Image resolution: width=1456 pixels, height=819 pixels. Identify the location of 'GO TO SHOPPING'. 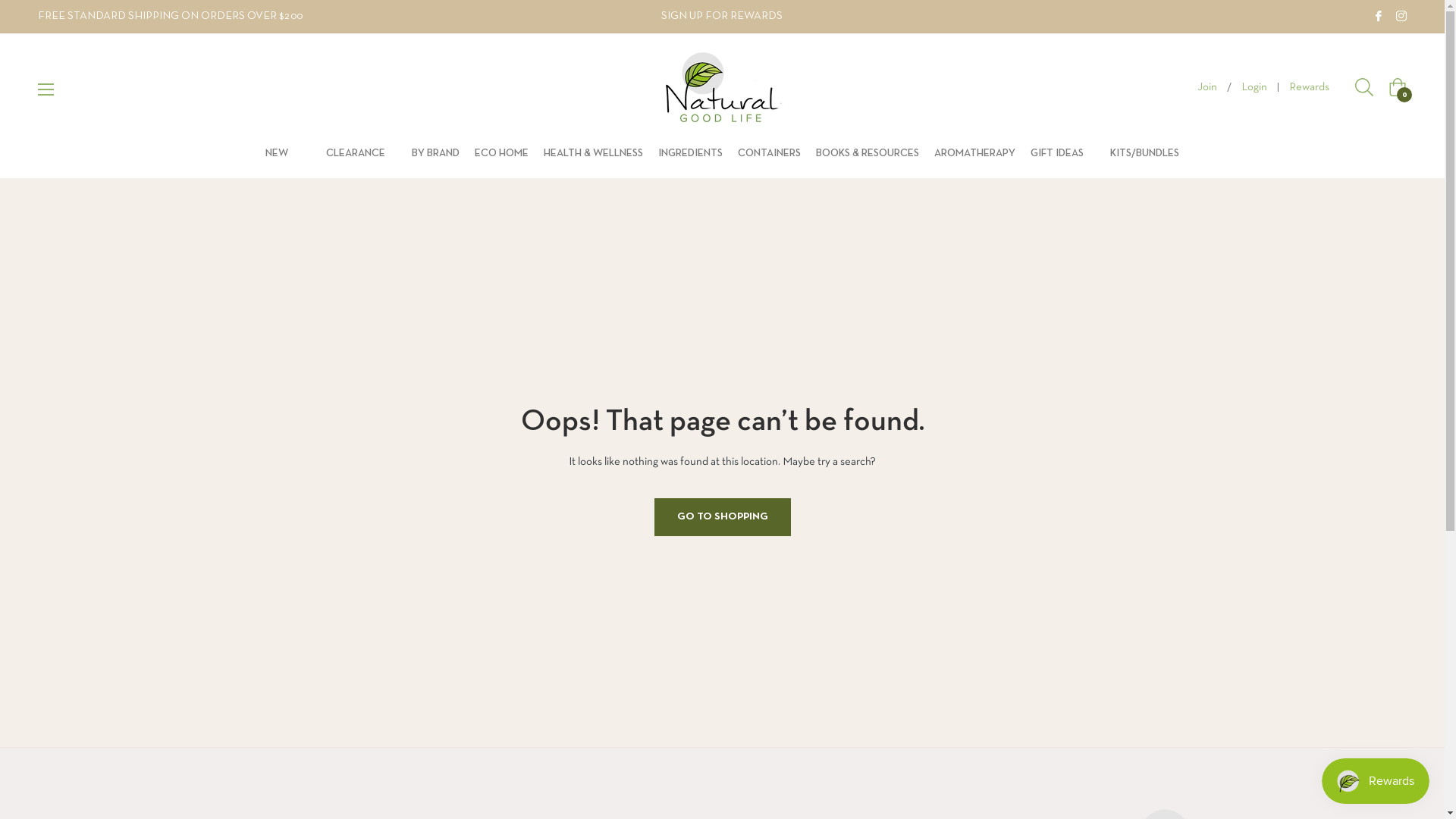
(720, 516).